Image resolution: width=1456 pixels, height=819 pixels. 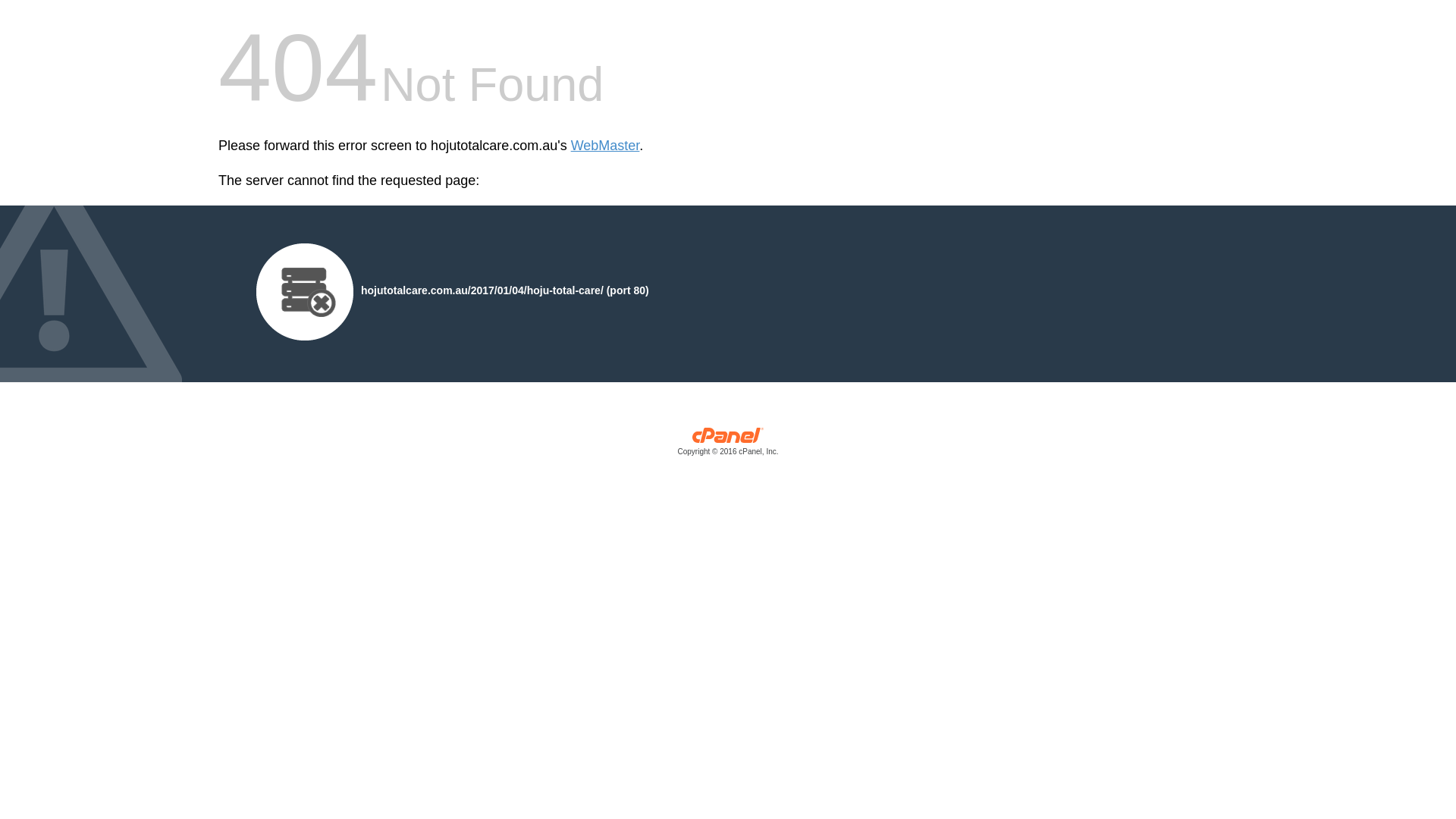 I want to click on 'WebMaster', so click(x=604, y=146).